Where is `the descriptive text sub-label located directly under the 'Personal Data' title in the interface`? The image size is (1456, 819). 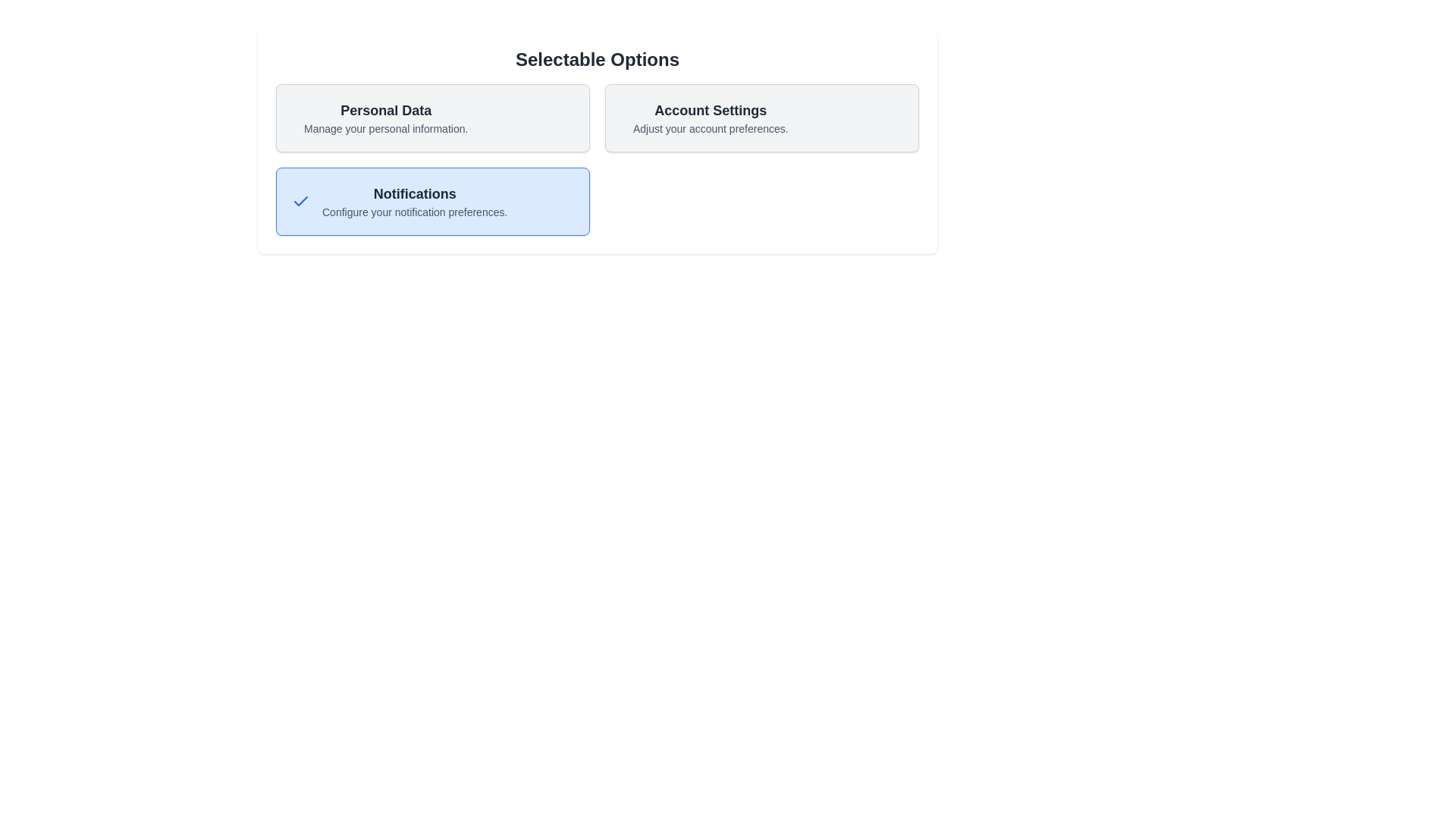
the descriptive text sub-label located directly under the 'Personal Data' title in the interface is located at coordinates (386, 127).